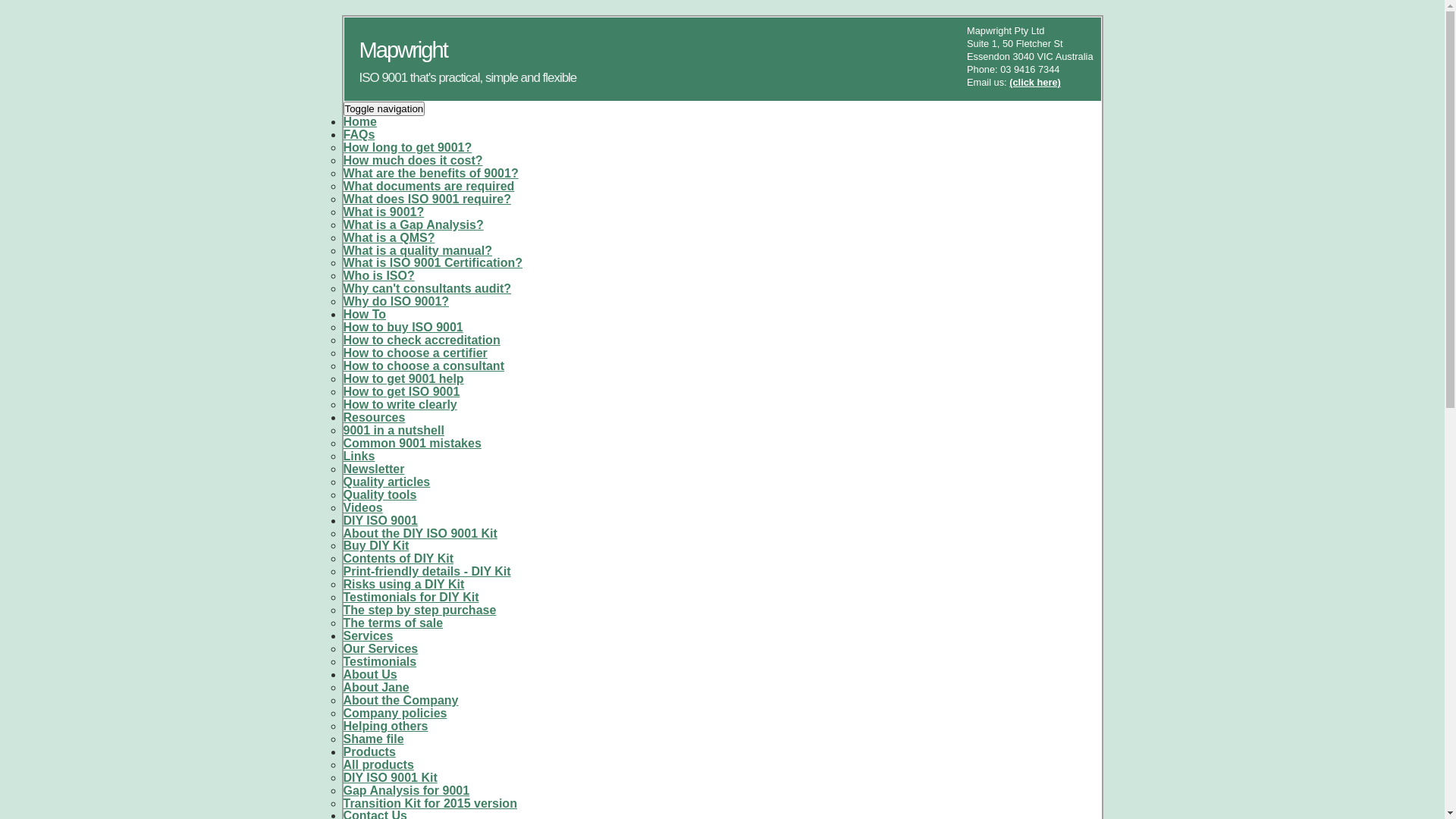 Image resolution: width=1456 pixels, height=819 pixels. I want to click on 'Common 9001 mistakes', so click(411, 443).